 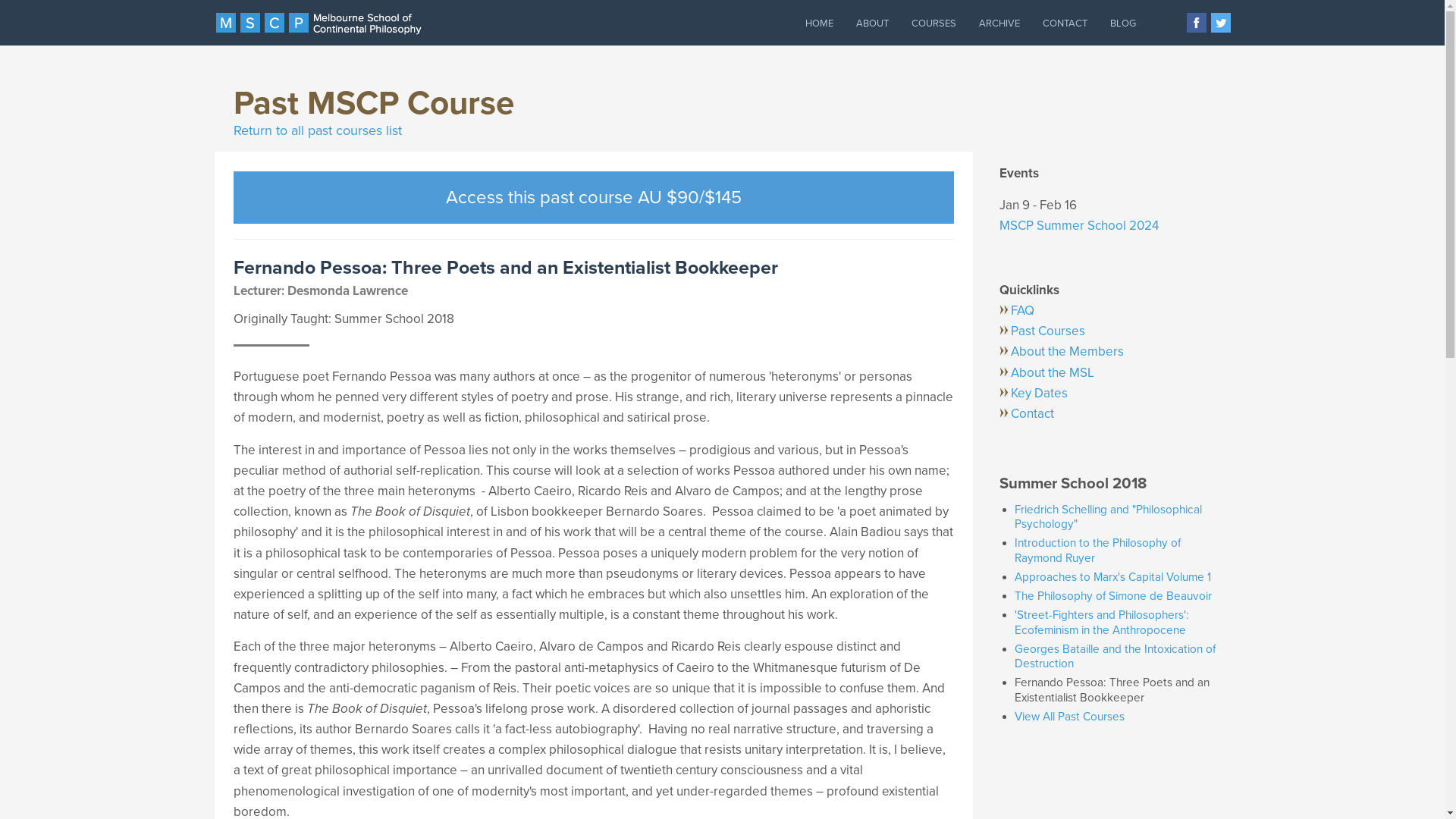 I want to click on 'ABOUT', so click(x=872, y=23).